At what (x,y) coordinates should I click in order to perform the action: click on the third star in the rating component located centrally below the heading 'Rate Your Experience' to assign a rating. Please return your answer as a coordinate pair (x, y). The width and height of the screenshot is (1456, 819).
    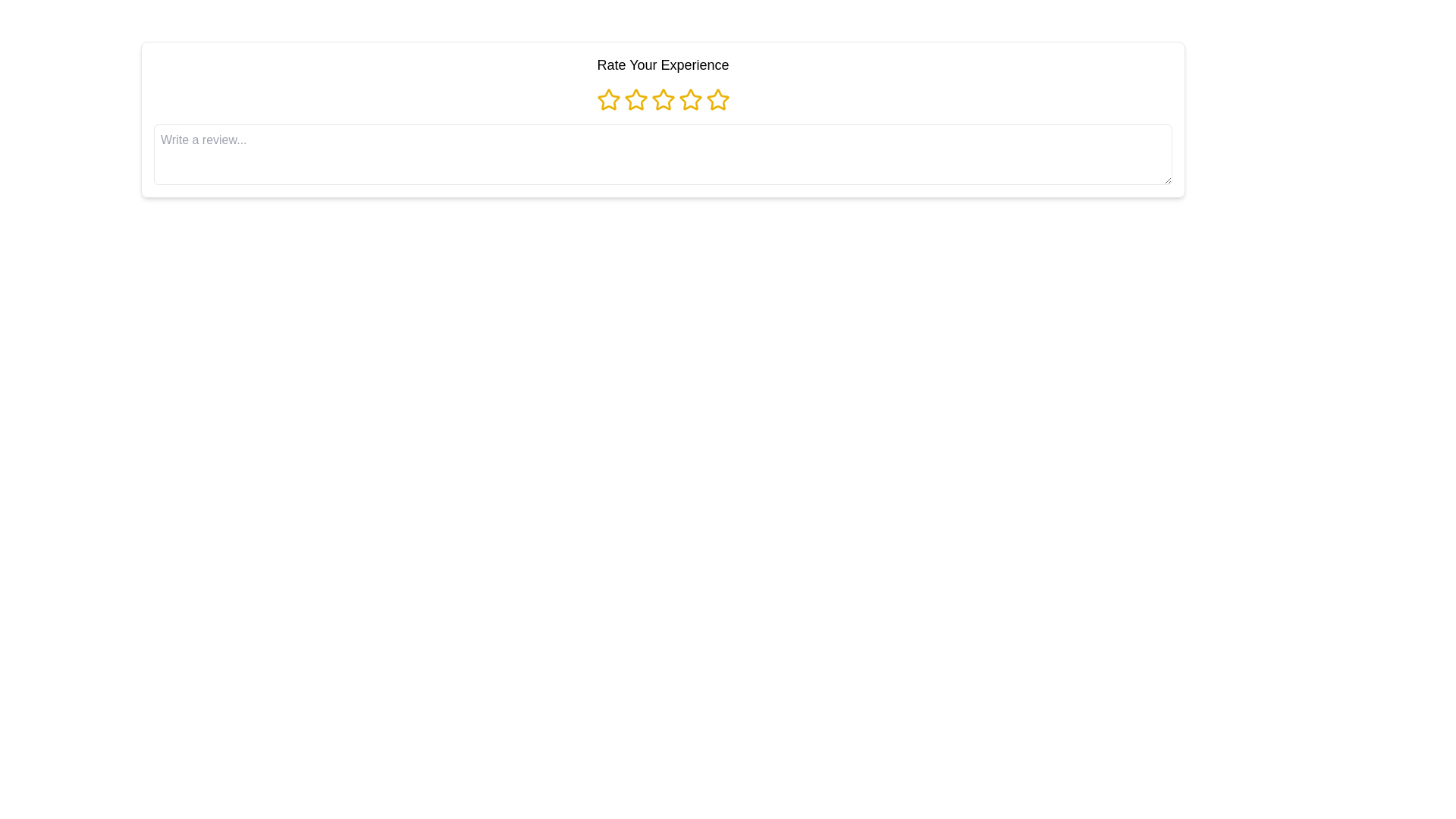
    Looking at the image, I should click on (663, 99).